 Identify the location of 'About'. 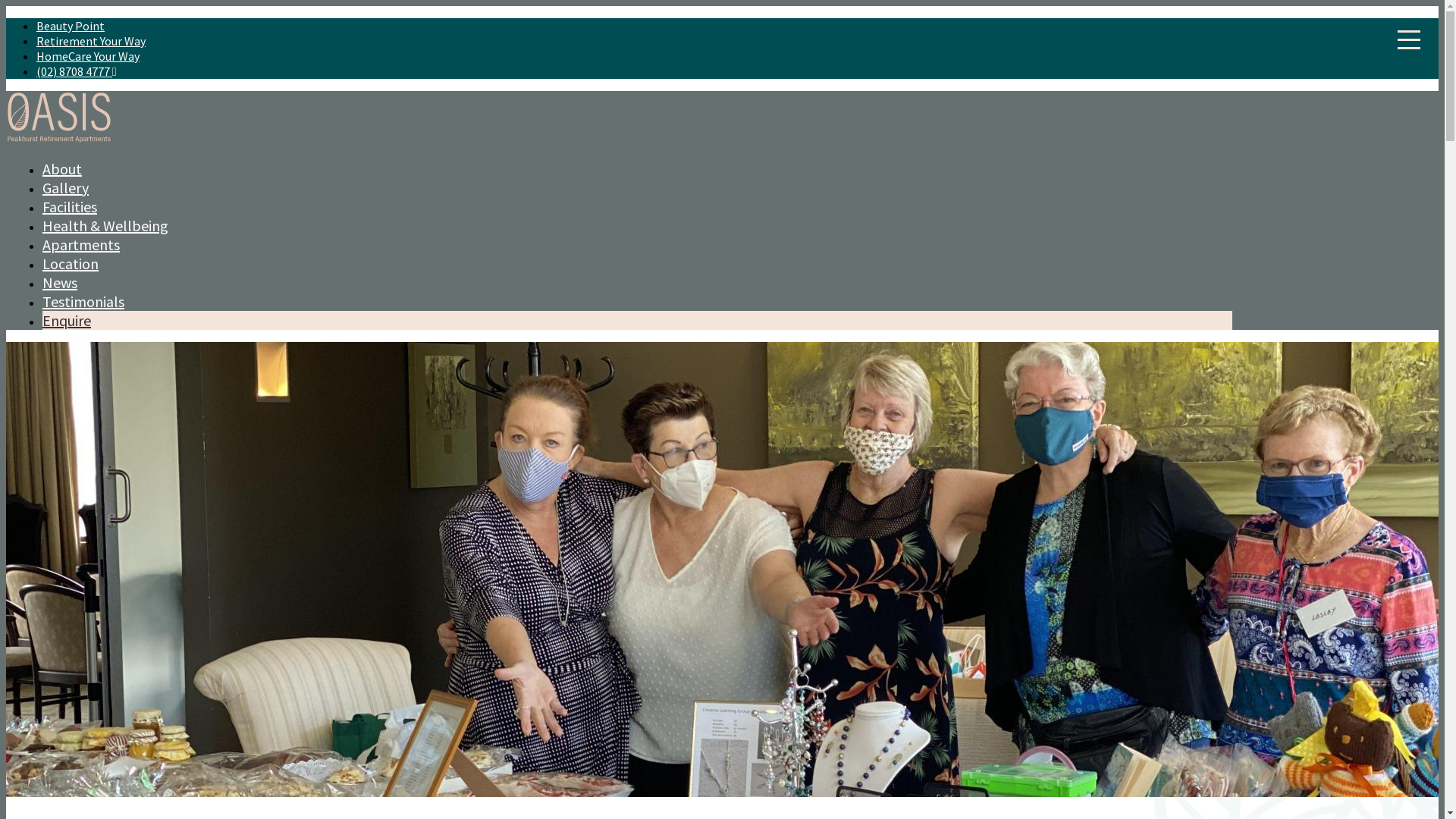
(42, 168).